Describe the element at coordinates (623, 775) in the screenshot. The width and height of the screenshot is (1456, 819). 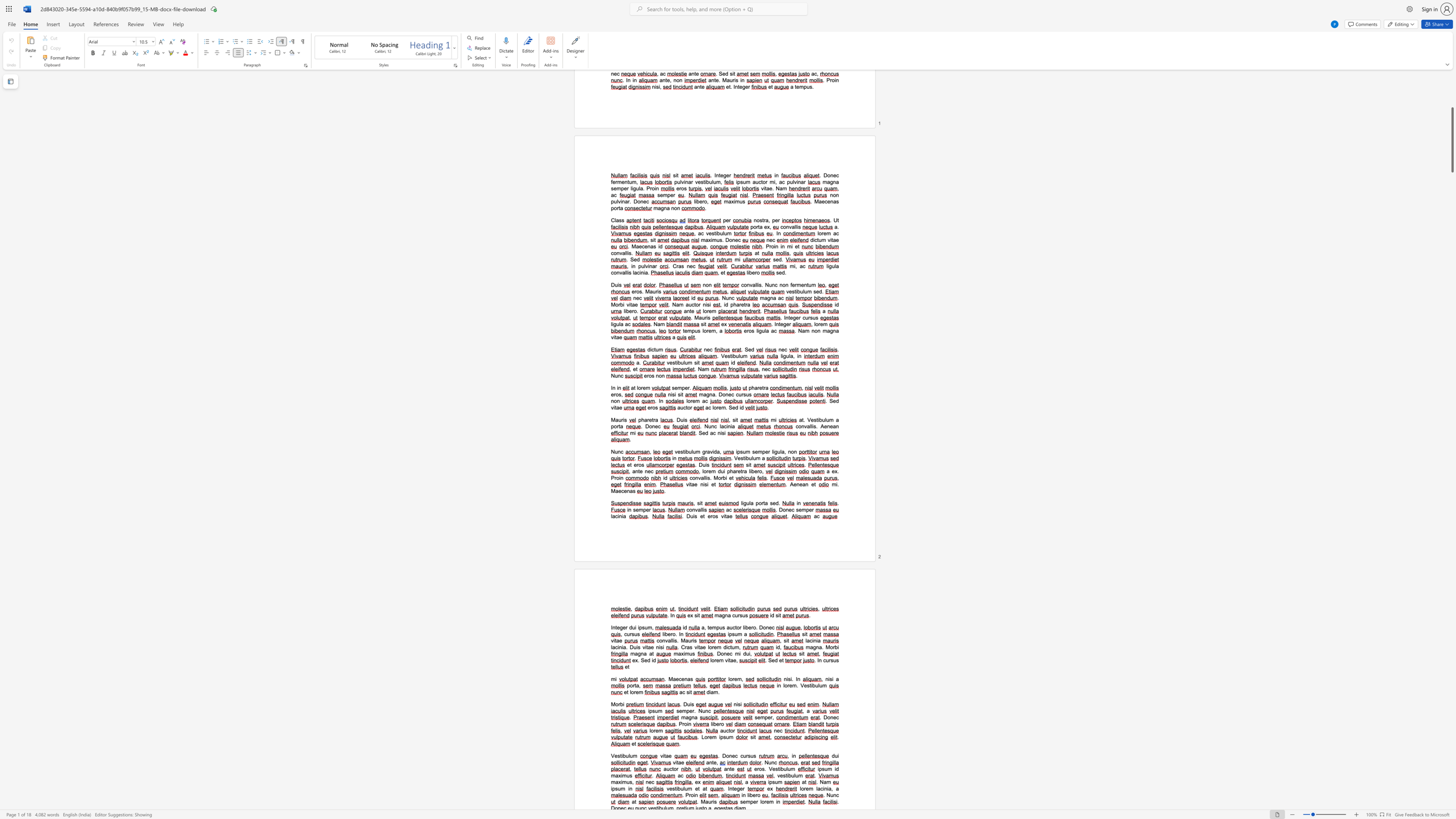
I see `the space between the continuous character "i" and "m" in the text` at that location.